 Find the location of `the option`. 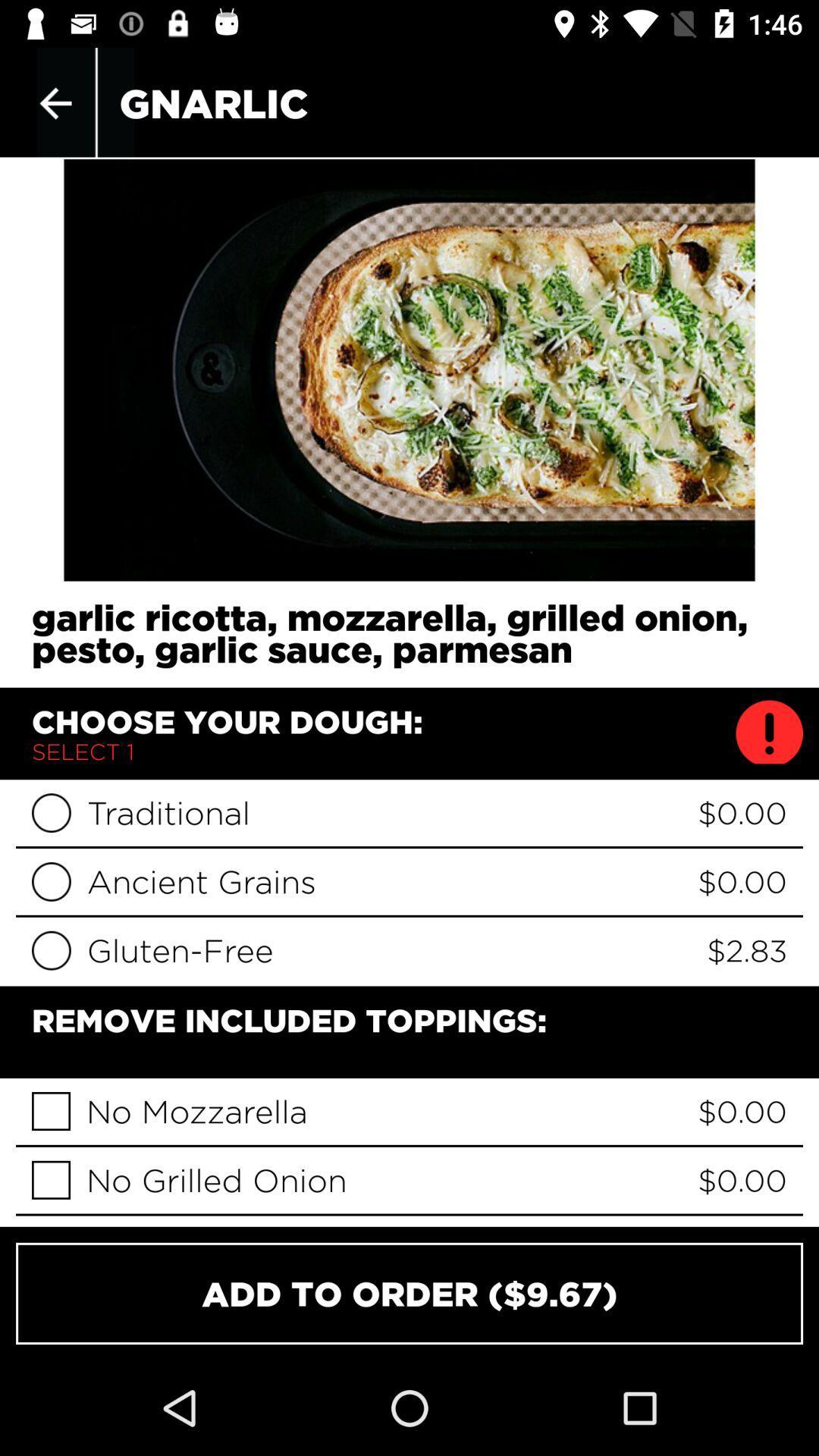

the option is located at coordinates (50, 1111).